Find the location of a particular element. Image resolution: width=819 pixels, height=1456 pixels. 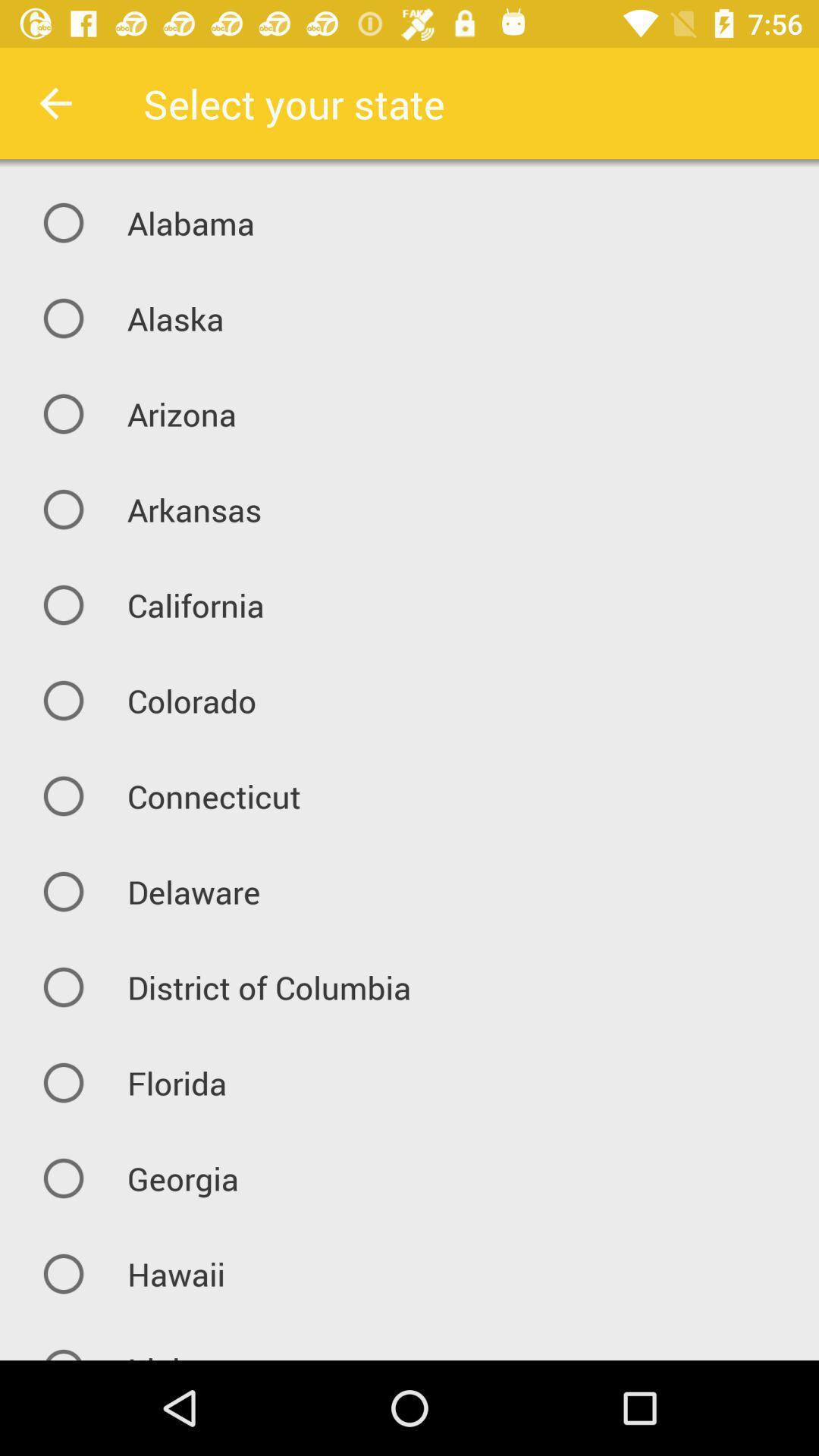

go back is located at coordinates (55, 102).